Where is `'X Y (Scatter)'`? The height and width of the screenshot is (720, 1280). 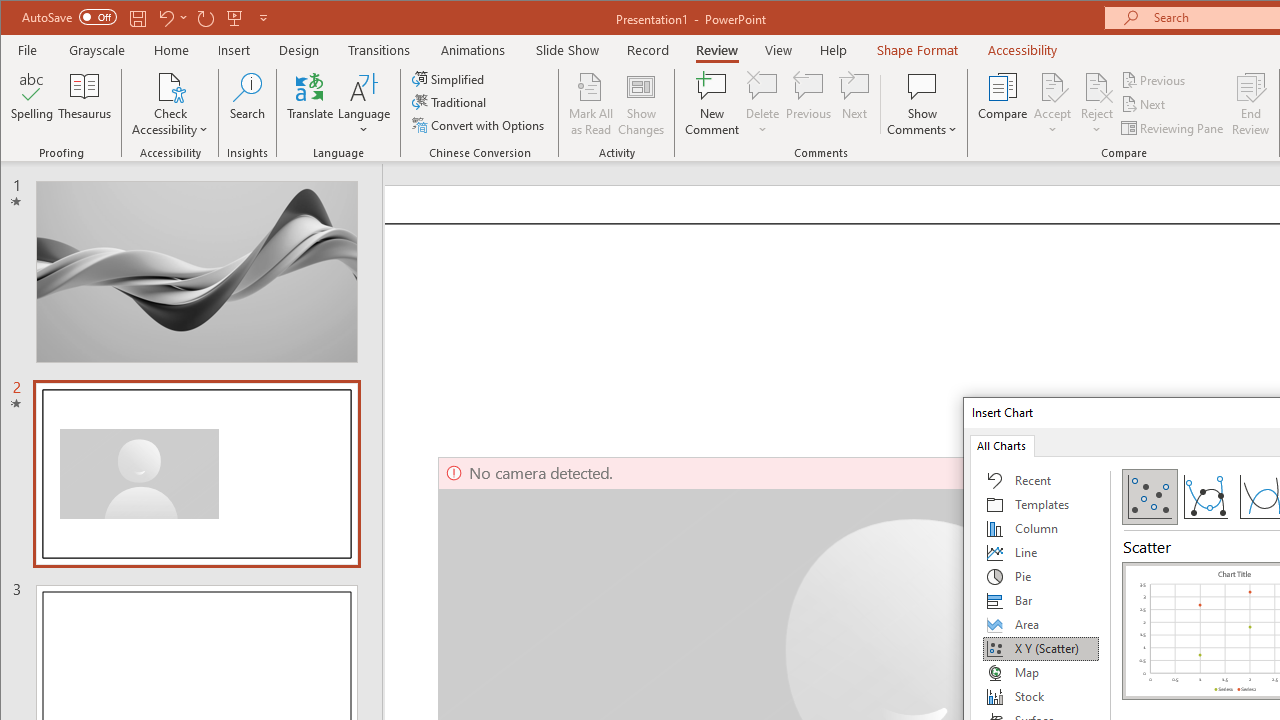 'X Y (Scatter)' is located at coordinates (1040, 649).